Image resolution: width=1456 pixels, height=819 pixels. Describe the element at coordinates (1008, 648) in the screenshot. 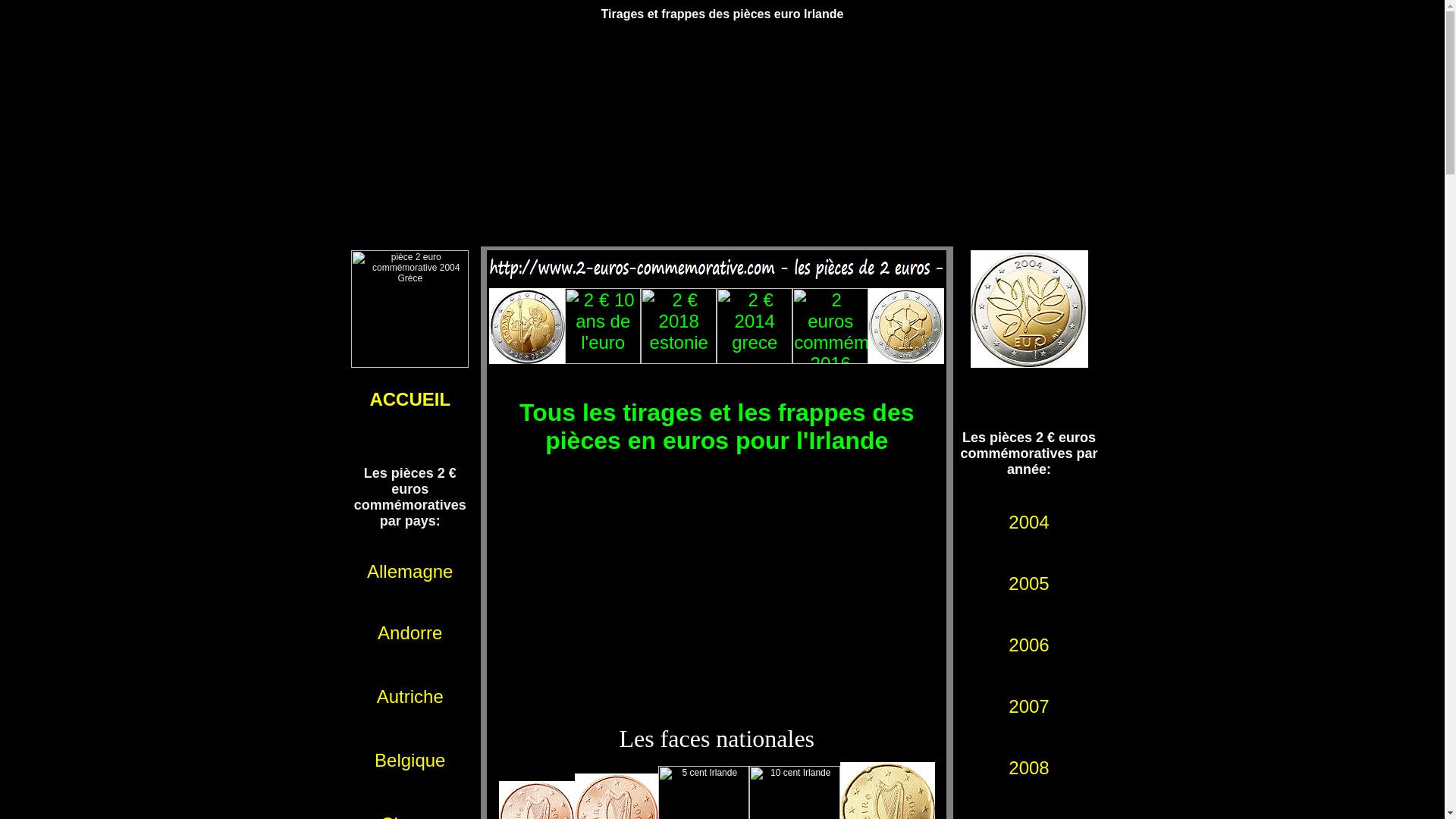

I see `'2006'` at that location.